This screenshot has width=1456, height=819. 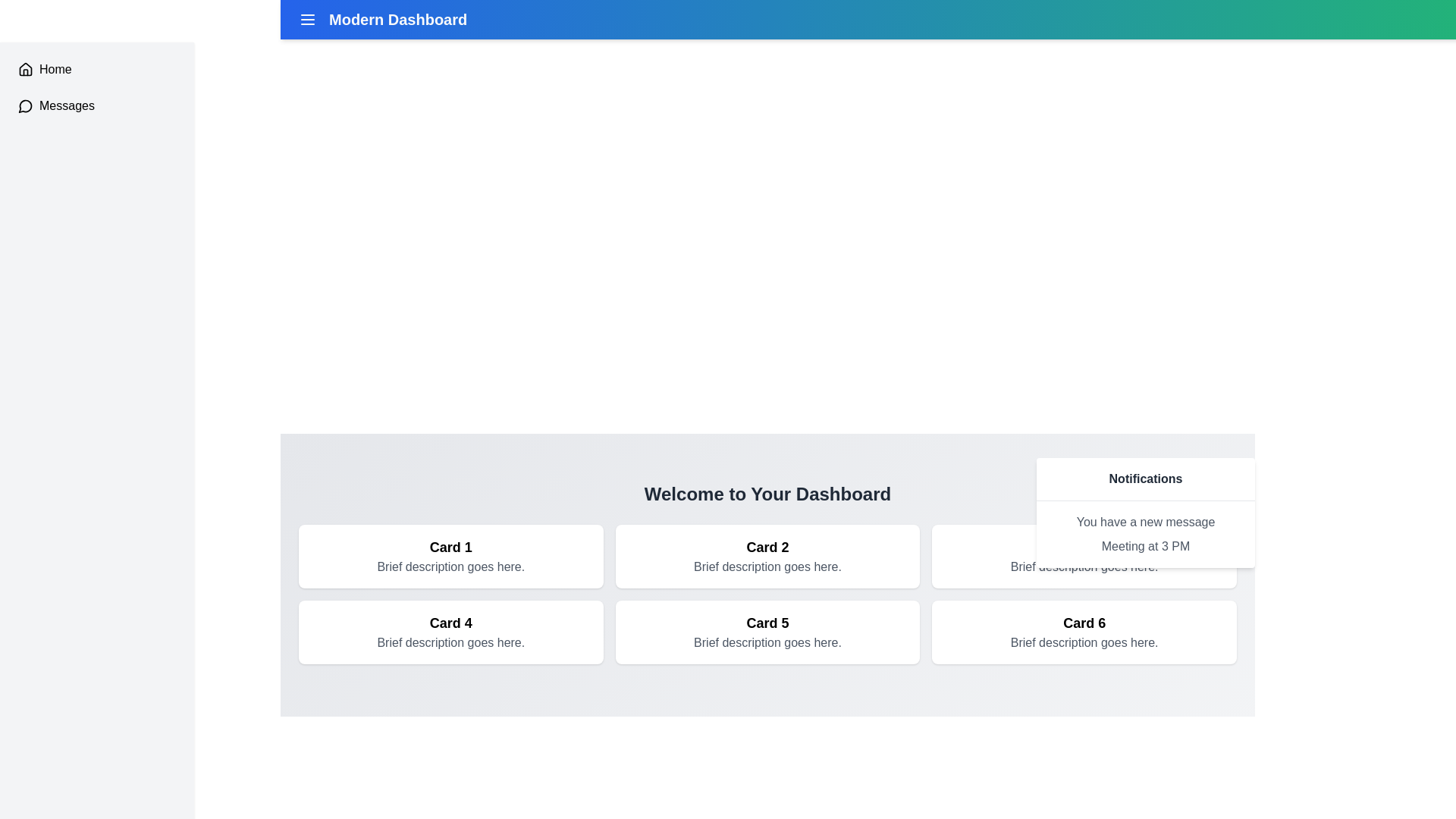 I want to click on the heading text label positioned above the description in the second row, second column of the card layout to trigger potential effects, so click(x=767, y=623).